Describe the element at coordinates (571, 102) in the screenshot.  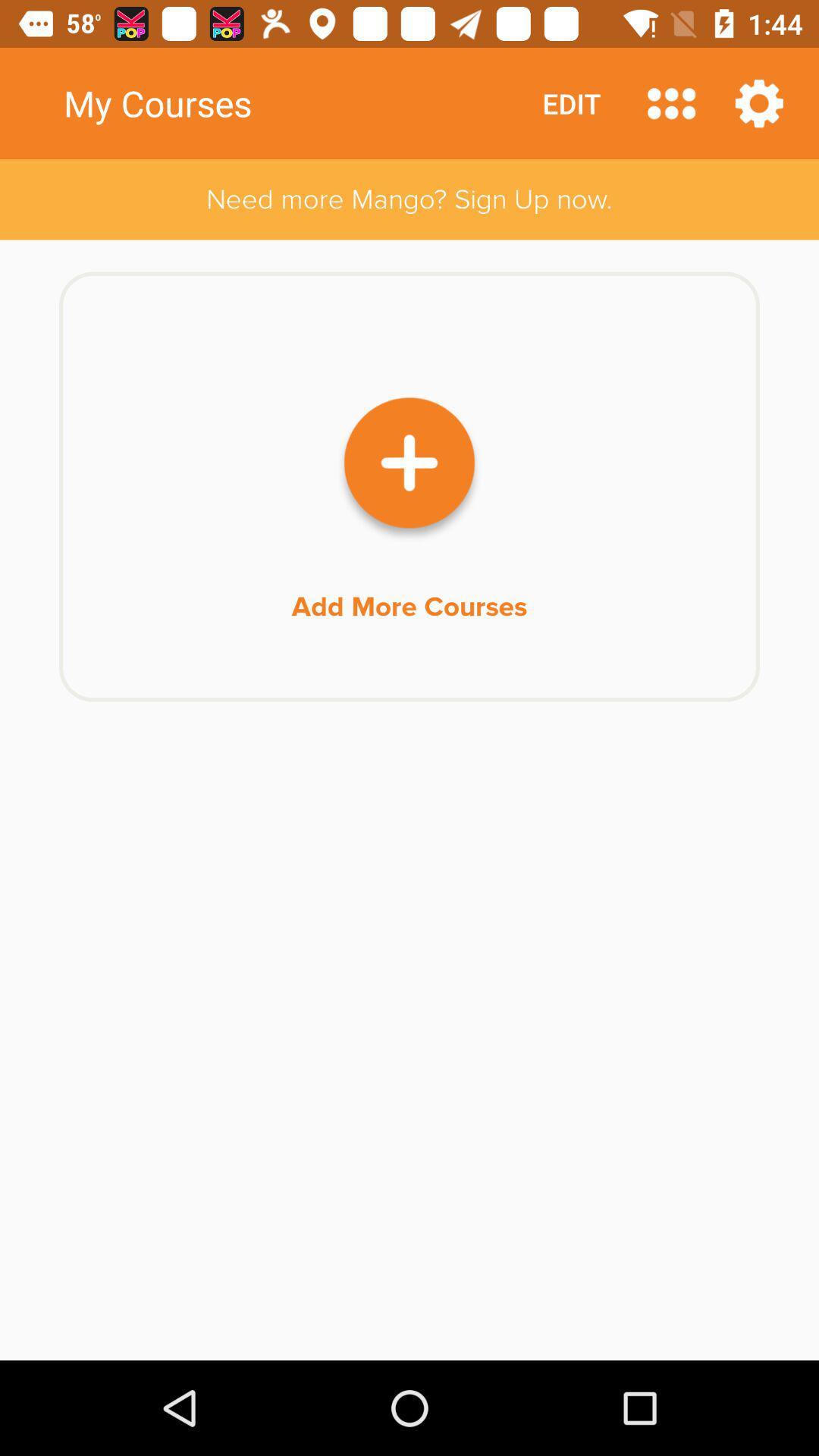
I see `icon next to my courses item` at that location.